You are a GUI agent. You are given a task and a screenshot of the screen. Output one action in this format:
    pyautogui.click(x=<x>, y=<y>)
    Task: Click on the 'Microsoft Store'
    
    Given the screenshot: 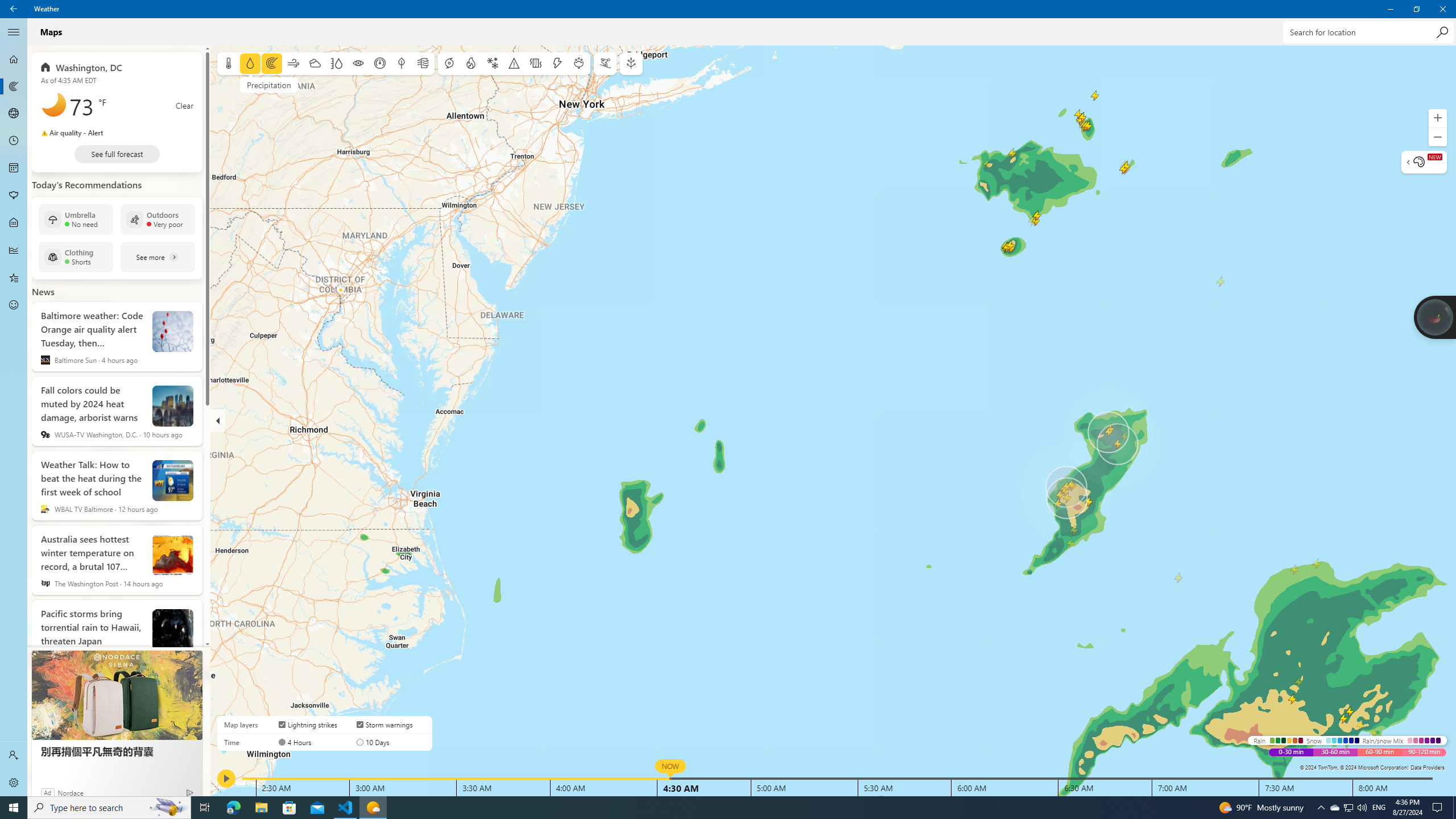 What is the action you would take?
    pyautogui.click(x=289, y=806)
    